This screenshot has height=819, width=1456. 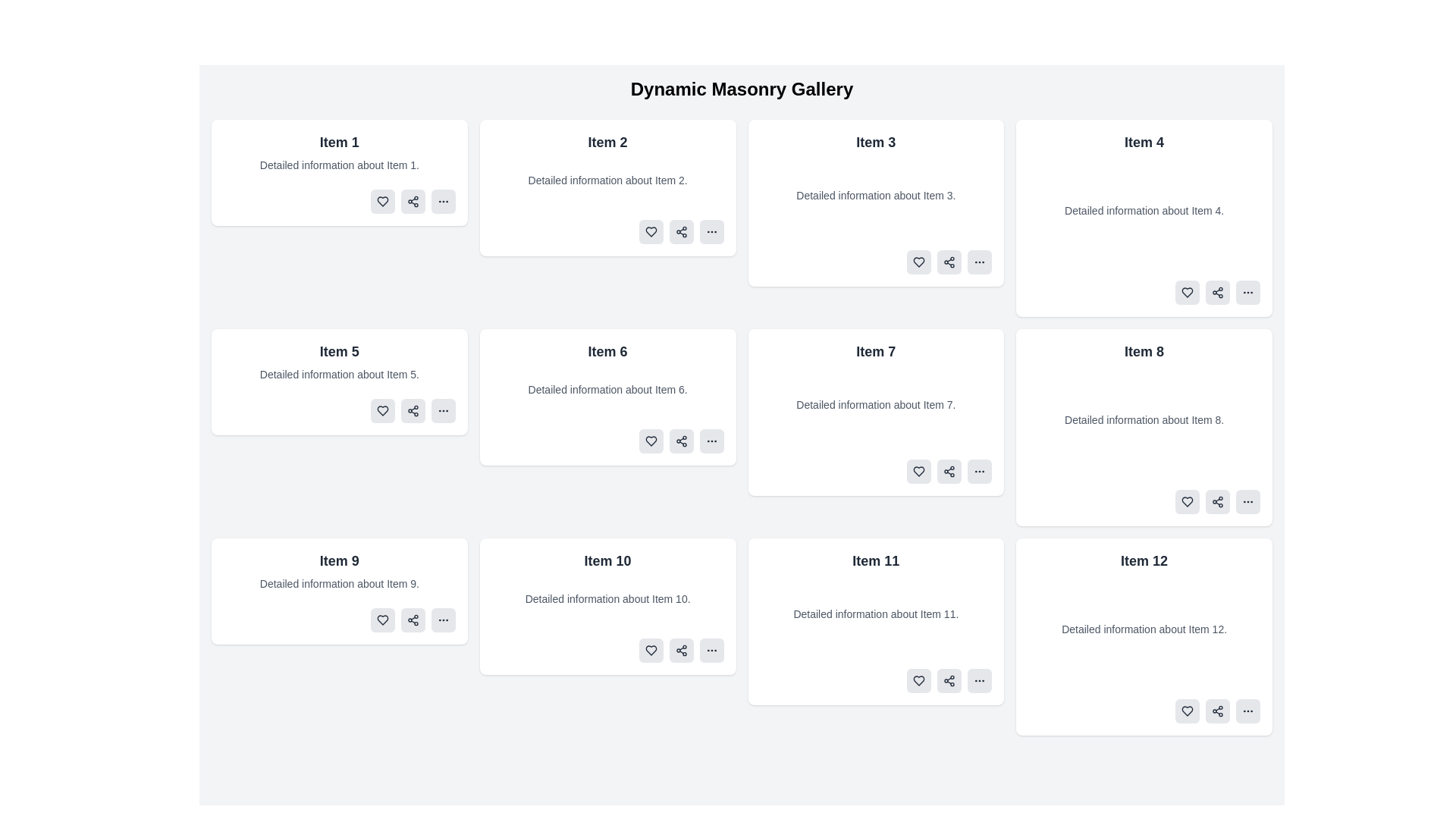 What do you see at coordinates (949, 680) in the screenshot?
I see `the small, rounded square button with a gray background and a share icon in the center, located between the heart-shaped button and the ellipsis button on the card labeled 'Item 11'` at bounding box center [949, 680].